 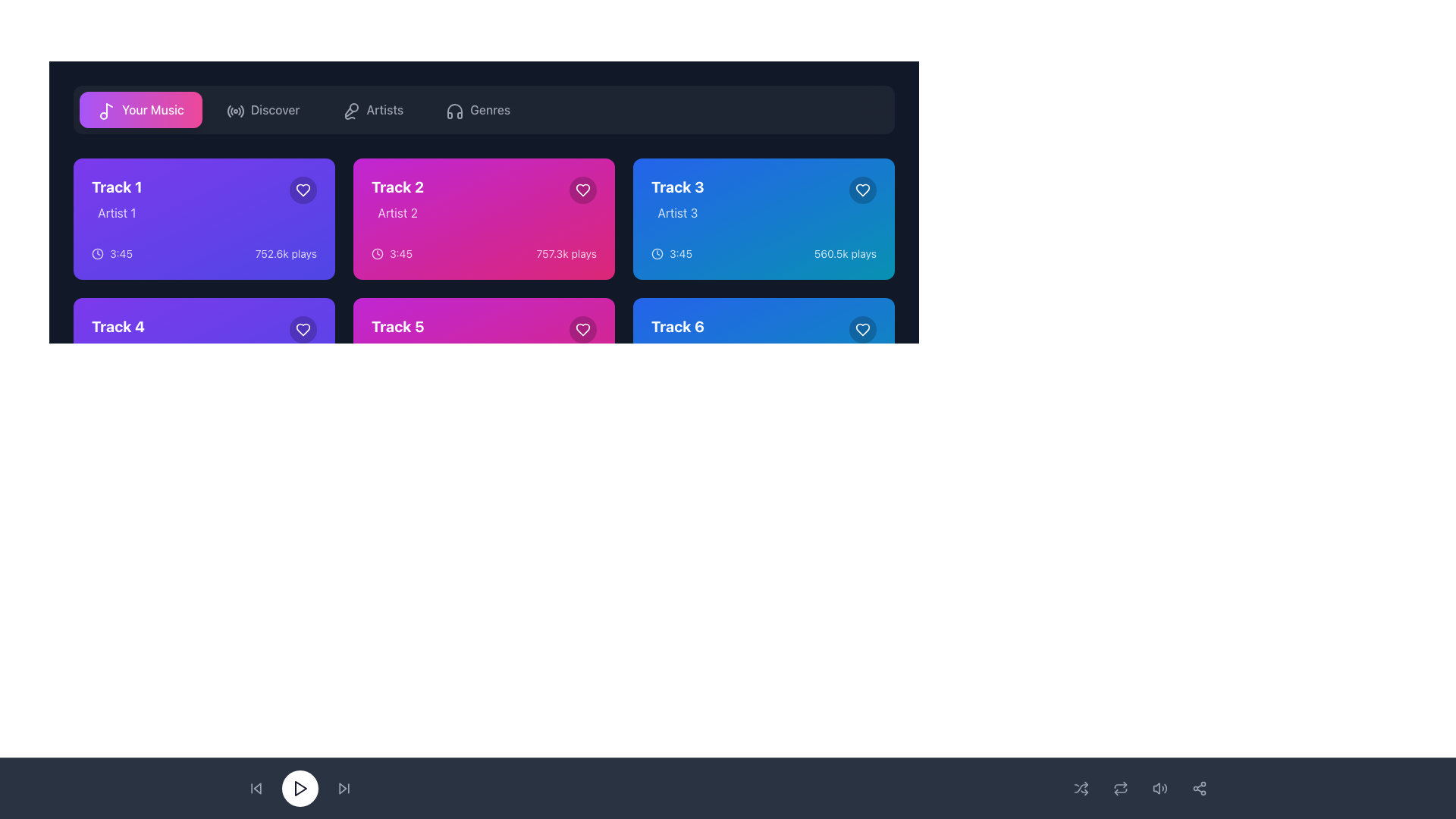 I want to click on the circular icon resembling a radio signal located within the 'Discover' button in the top navigation bar, so click(x=233, y=109).